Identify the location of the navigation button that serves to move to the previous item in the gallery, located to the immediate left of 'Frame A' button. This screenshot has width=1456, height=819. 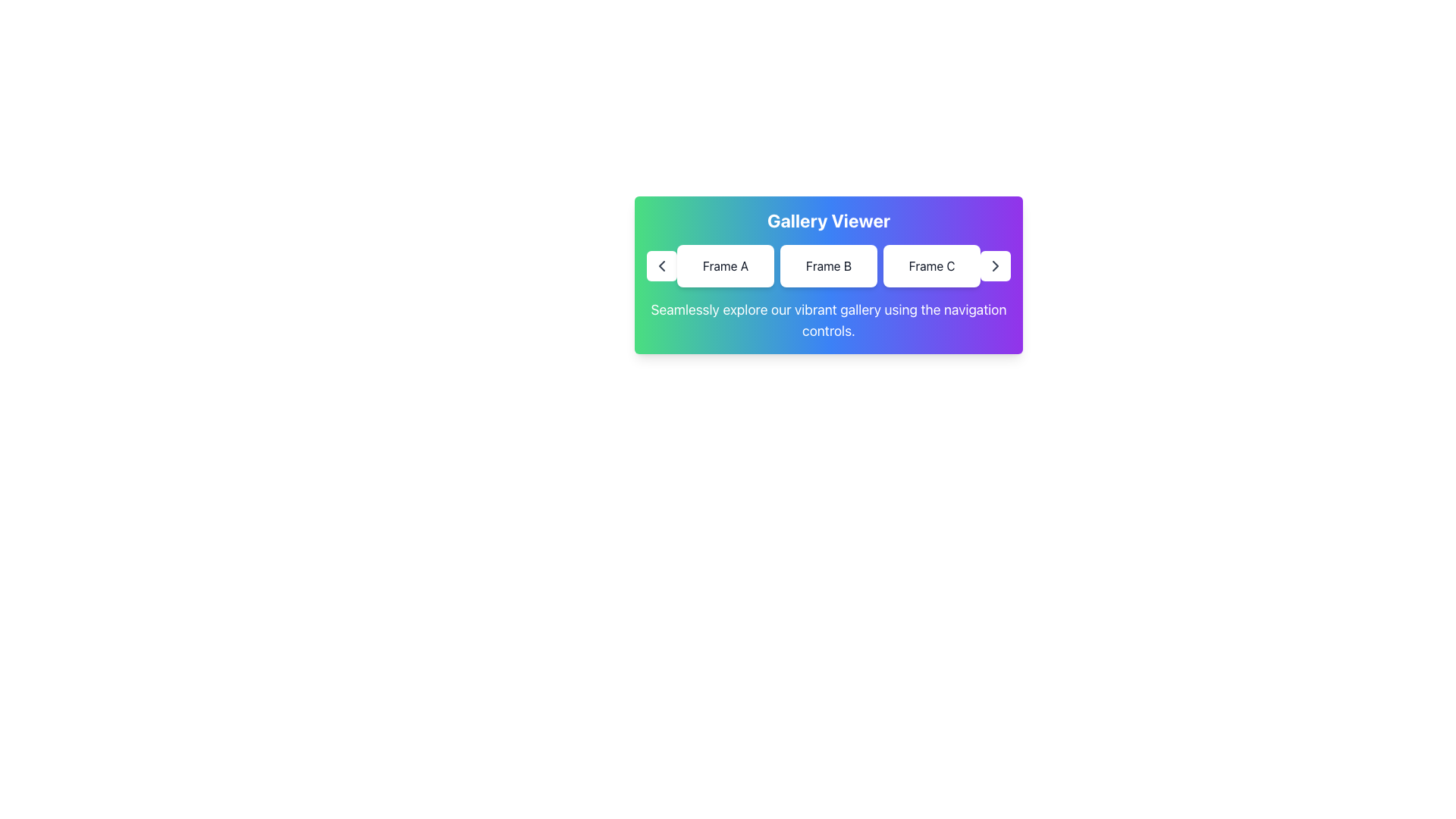
(662, 265).